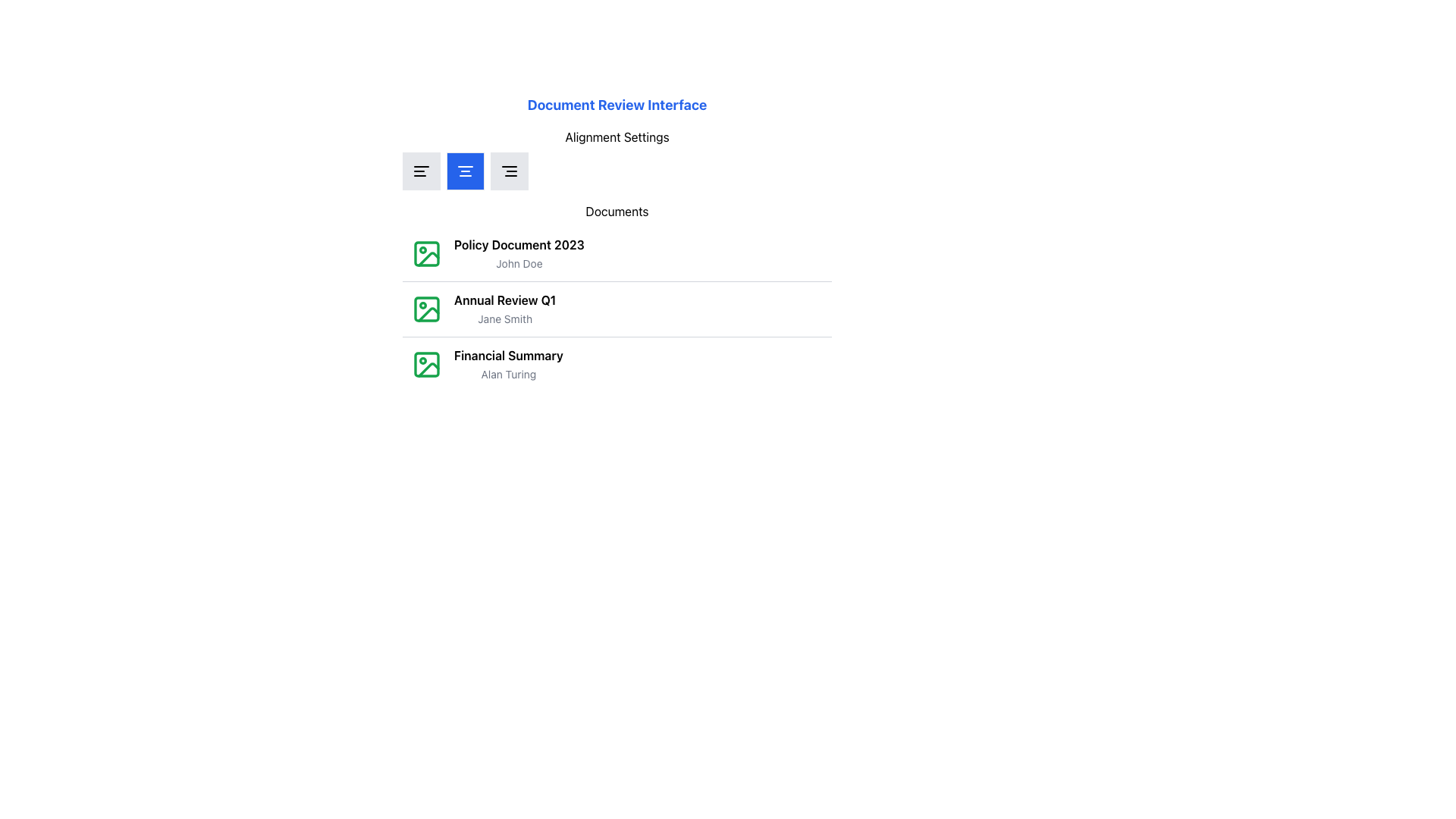 This screenshot has height=819, width=1456. I want to click on the Interactive List Item labeled 'Annual Review Q1', so click(617, 308).